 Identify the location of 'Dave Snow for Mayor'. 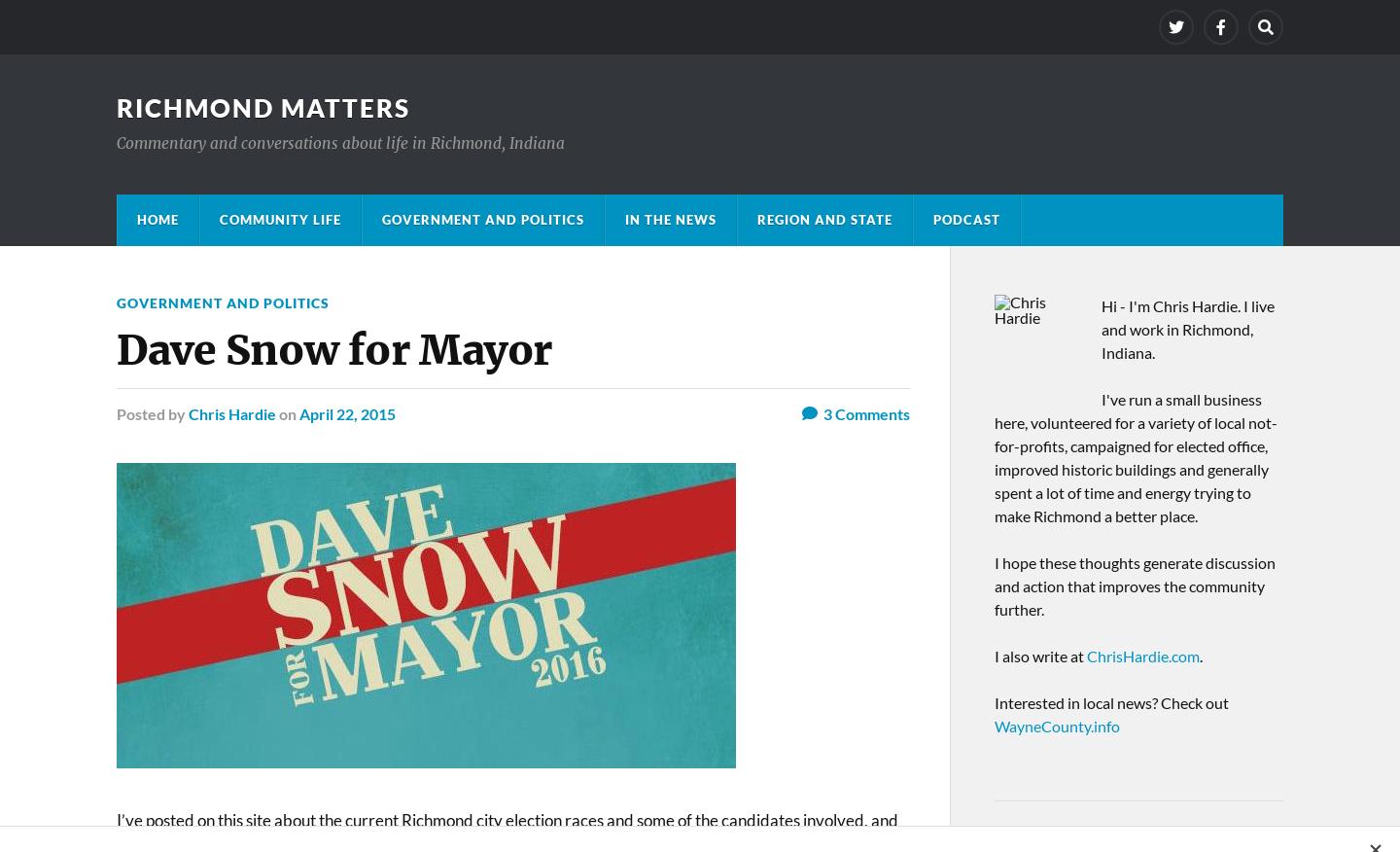
(333, 349).